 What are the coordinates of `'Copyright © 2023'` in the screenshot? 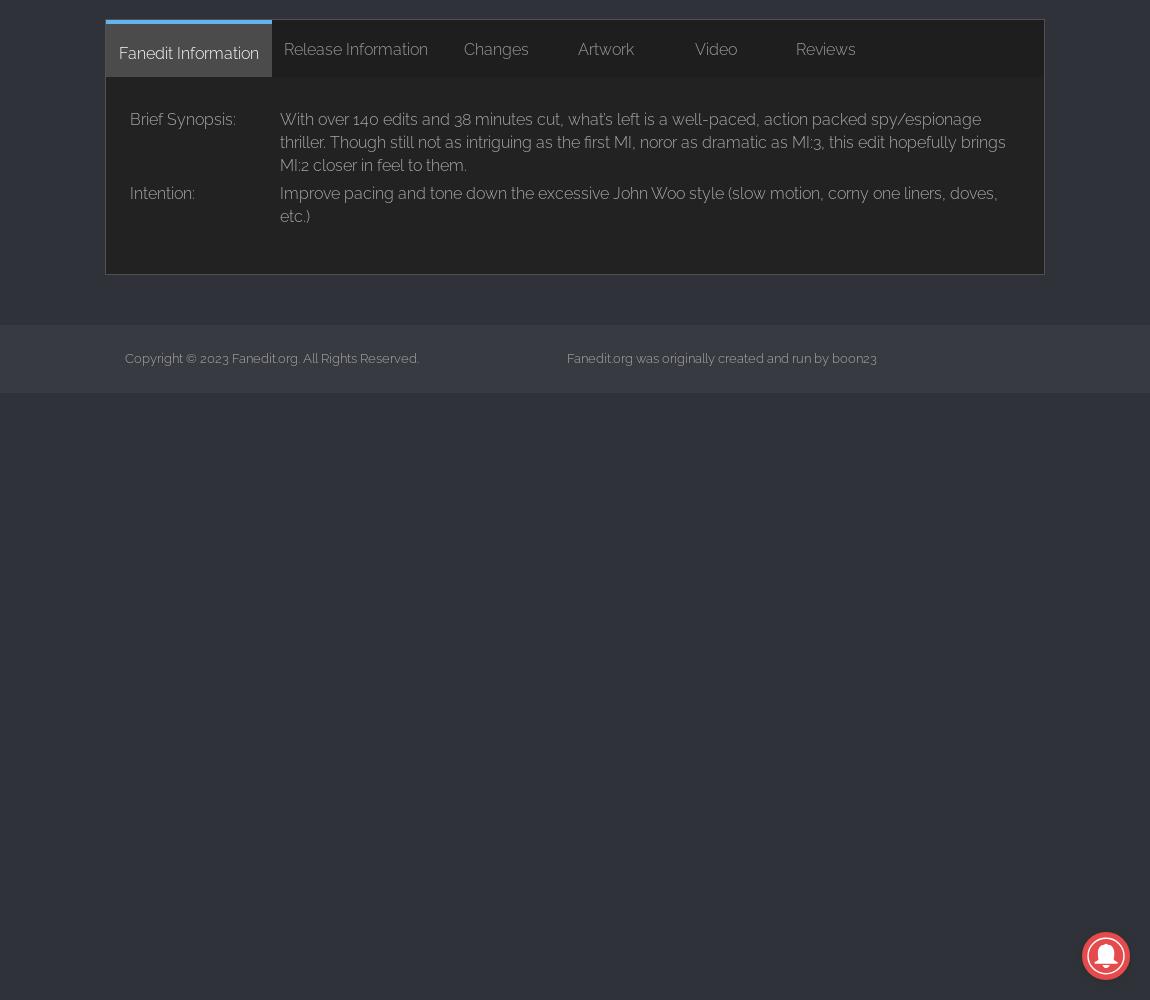 It's located at (177, 356).